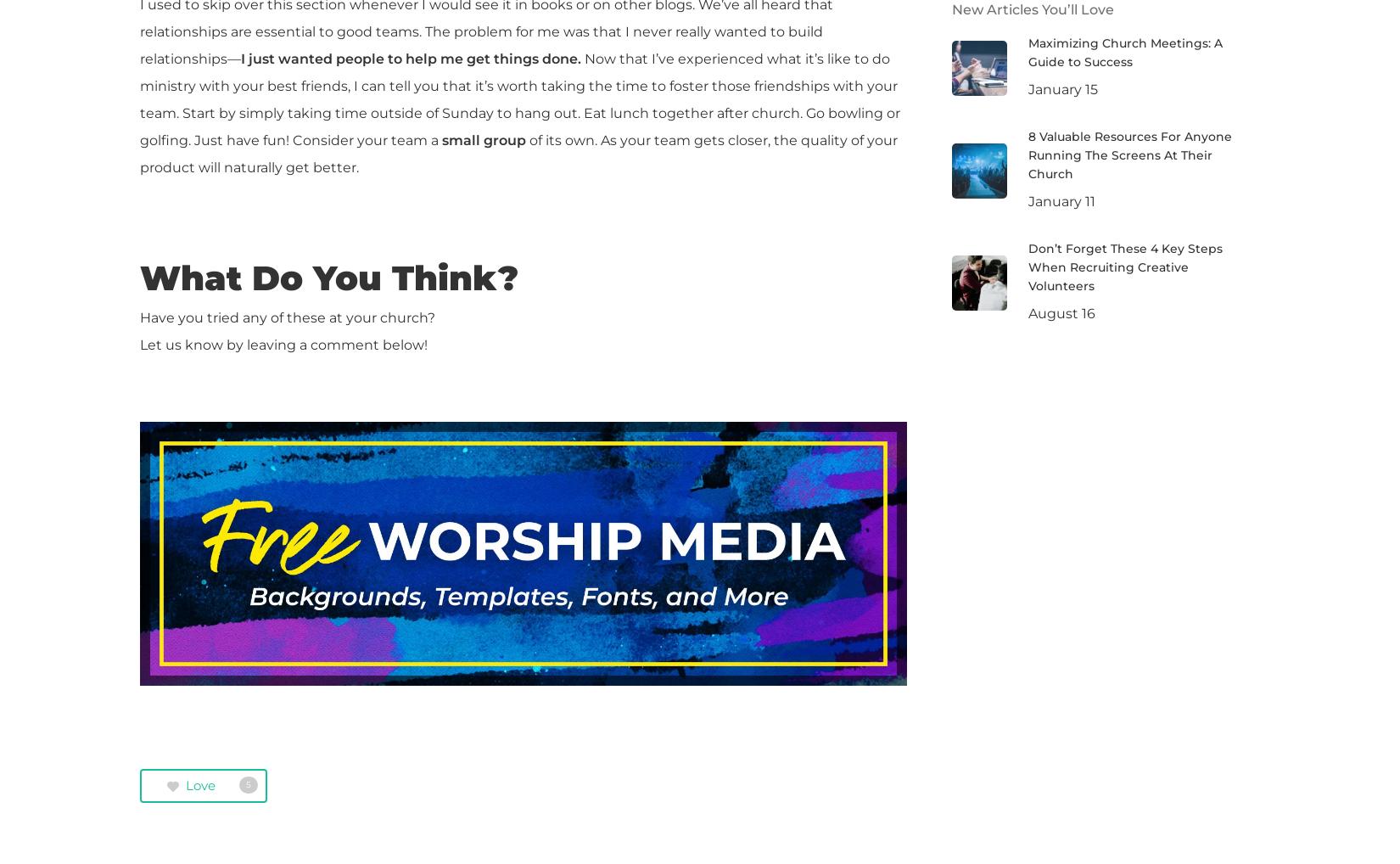  What do you see at coordinates (951, 8) in the screenshot?
I see `'New Articles You’ll Love'` at bounding box center [951, 8].